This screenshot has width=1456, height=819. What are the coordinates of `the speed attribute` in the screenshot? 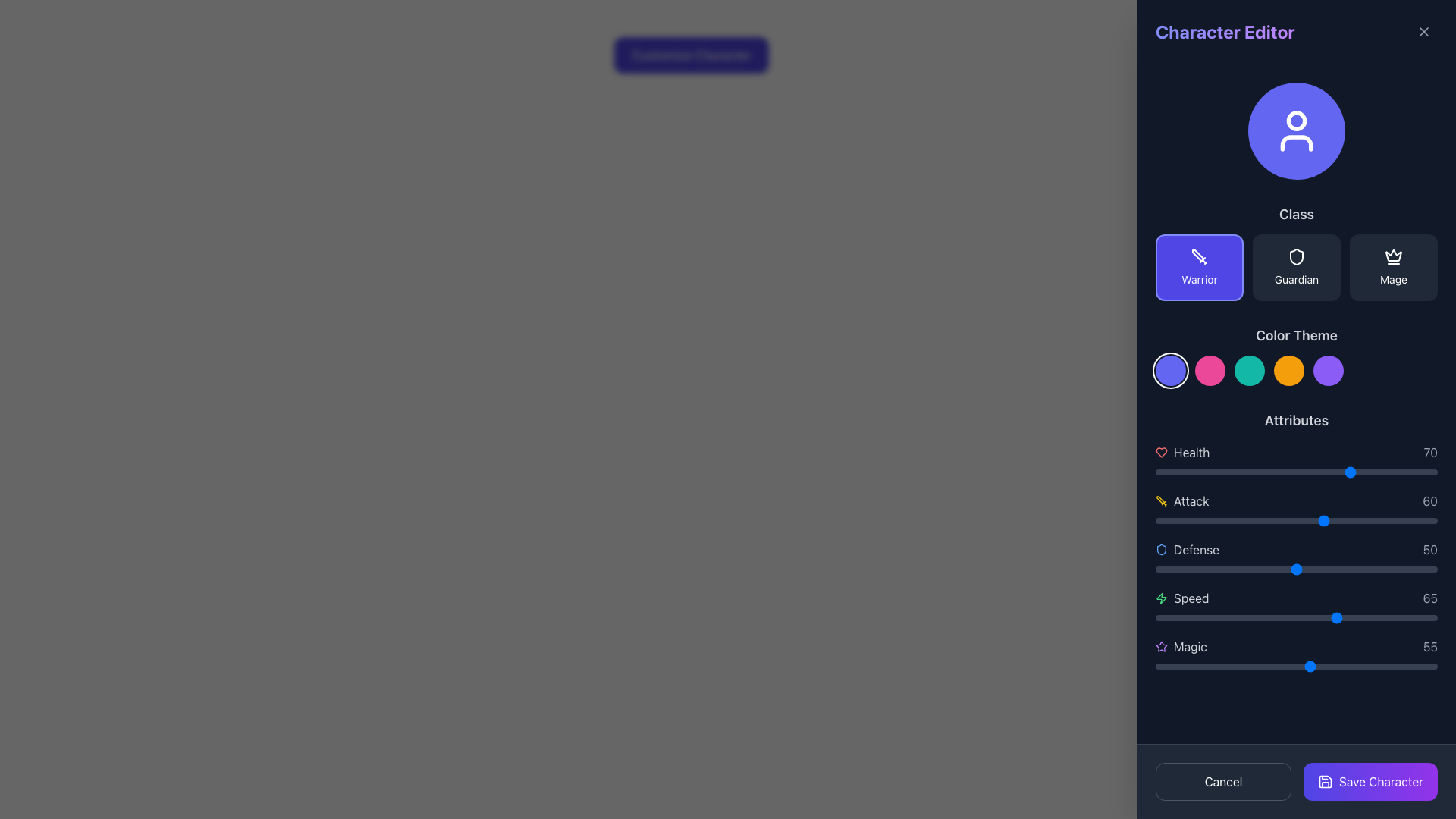 It's located at (1347, 617).